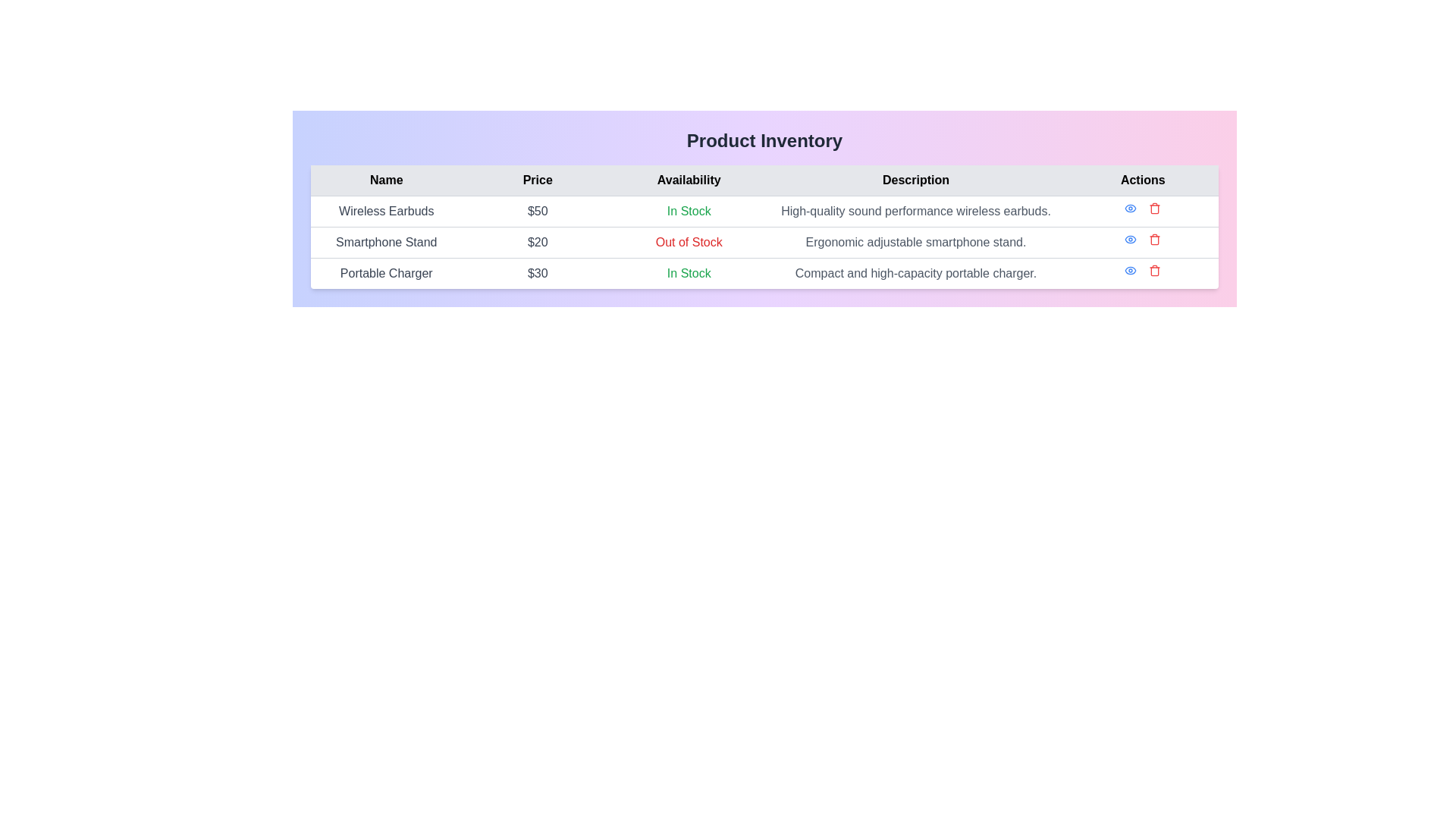  I want to click on the Text label that describes the product 'Wireless Earbuds', located in the fourth column under the 'Description' header of the first row in the table layout, so click(915, 211).